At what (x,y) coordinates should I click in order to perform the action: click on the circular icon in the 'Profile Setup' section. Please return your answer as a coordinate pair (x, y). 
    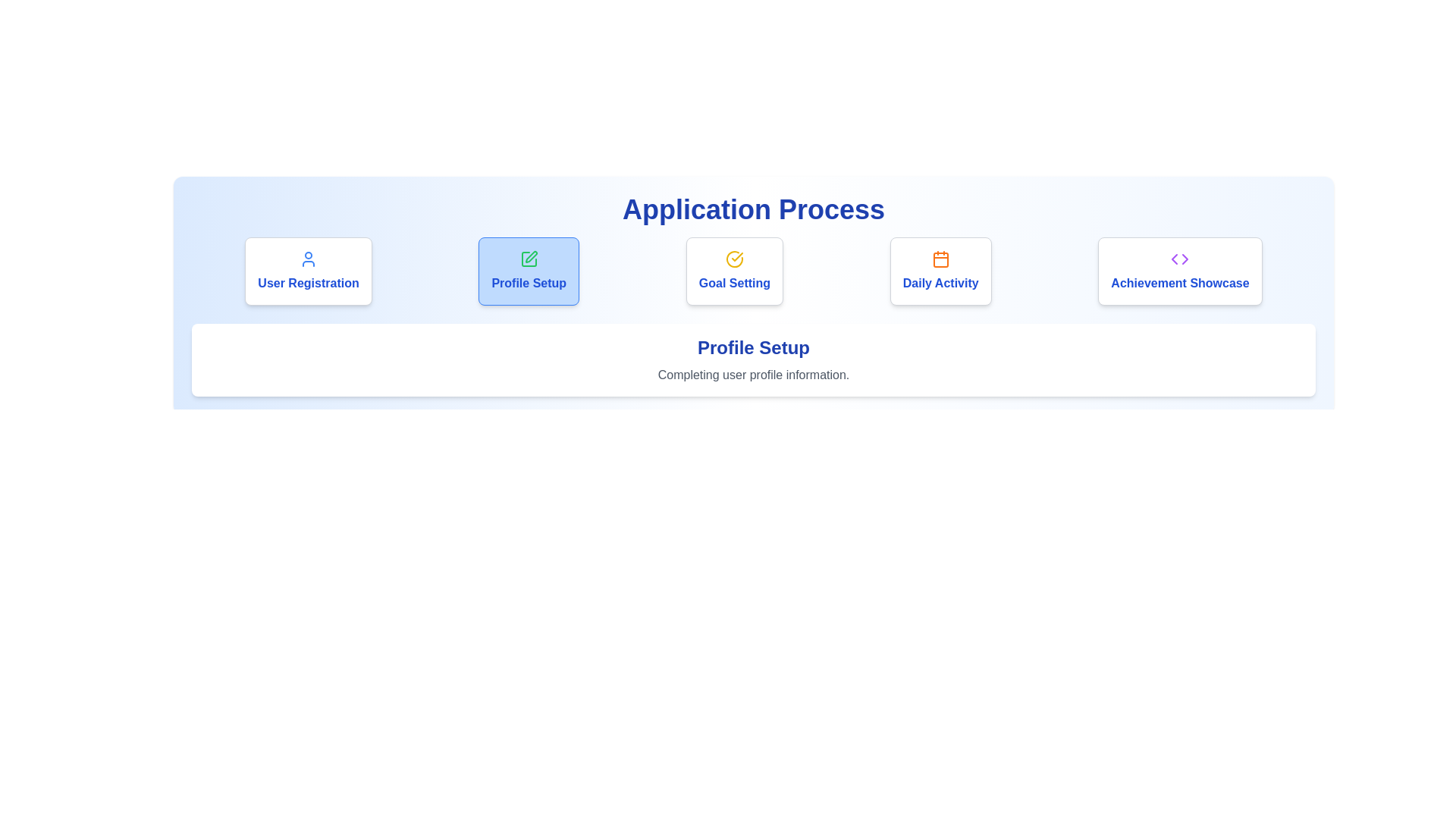
    Looking at the image, I should click on (737, 256).